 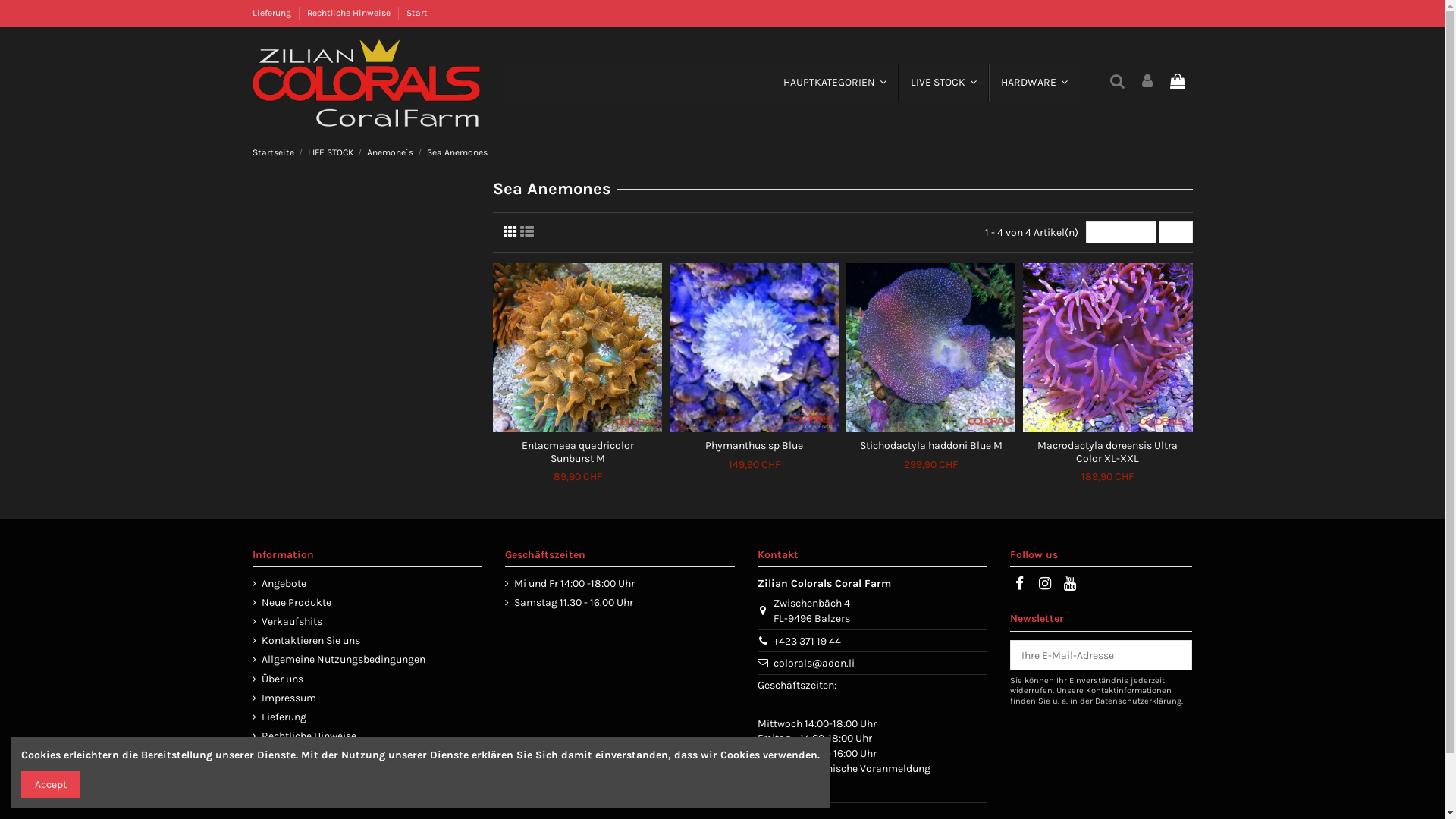 I want to click on 'Samstag 11.30 - 16.00 Uhr', so click(x=568, y=601).